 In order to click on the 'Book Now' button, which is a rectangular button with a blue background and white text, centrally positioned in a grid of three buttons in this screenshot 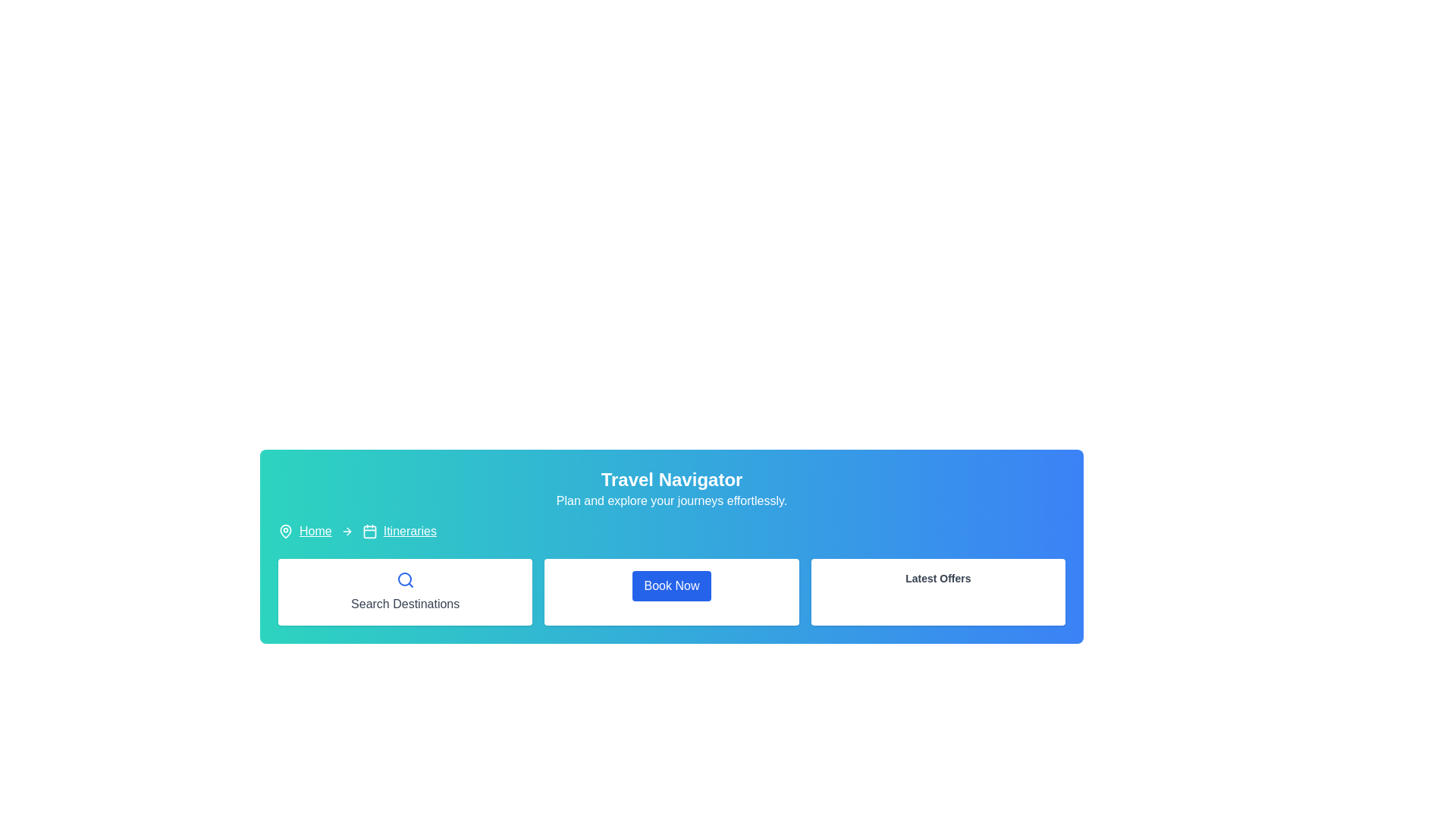, I will do `click(671, 591)`.